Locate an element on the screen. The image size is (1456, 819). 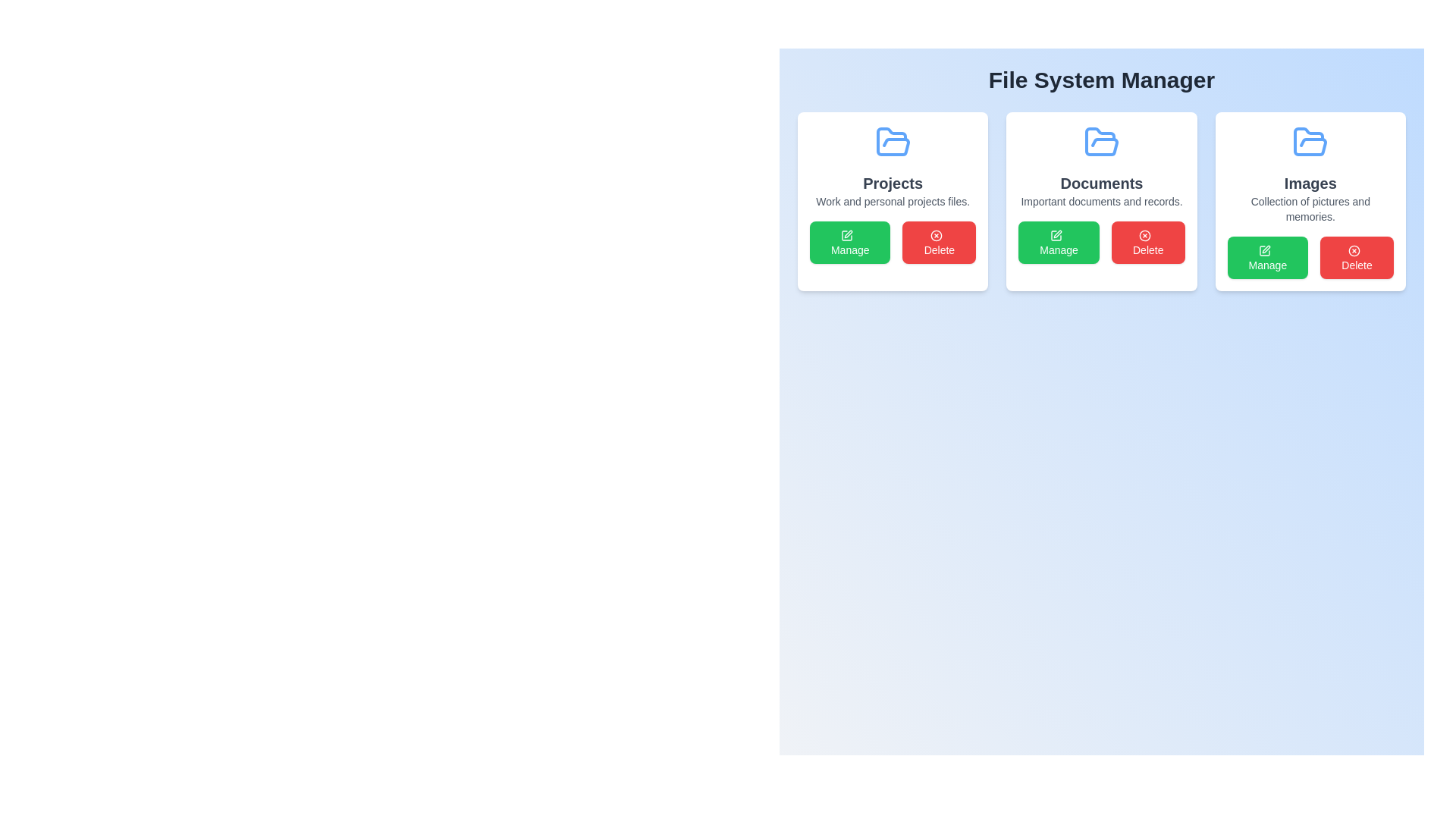
the part of the editing icon within the green 'Manage' button located under the 'Projects' card to invoke the manage action related to 'Projects' is located at coordinates (846, 236).